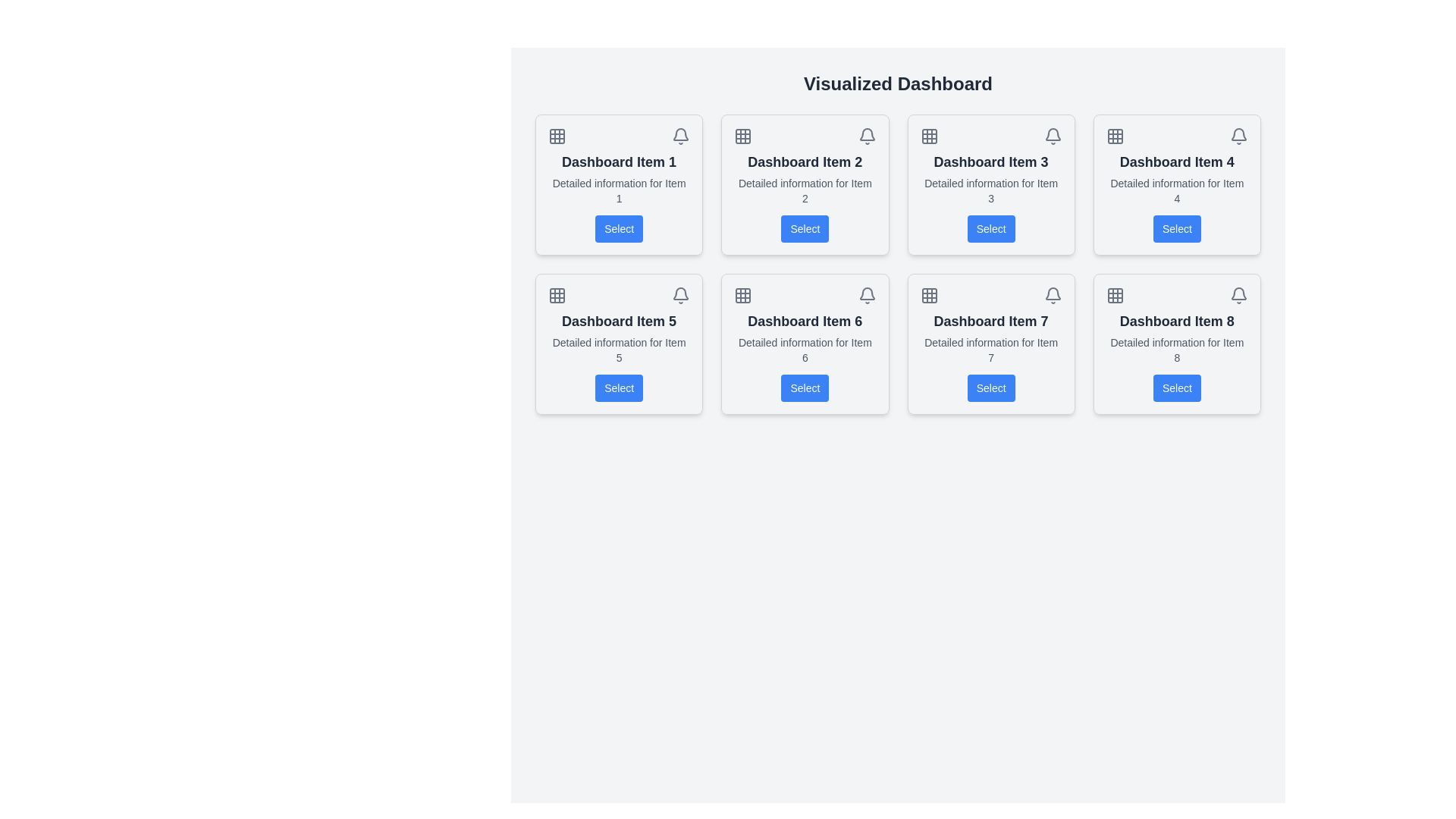 The image size is (1456, 819). Describe the element at coordinates (928, 136) in the screenshot. I see `the grid layout icon located in the card labeled 'Dashboard Item 3'` at that location.